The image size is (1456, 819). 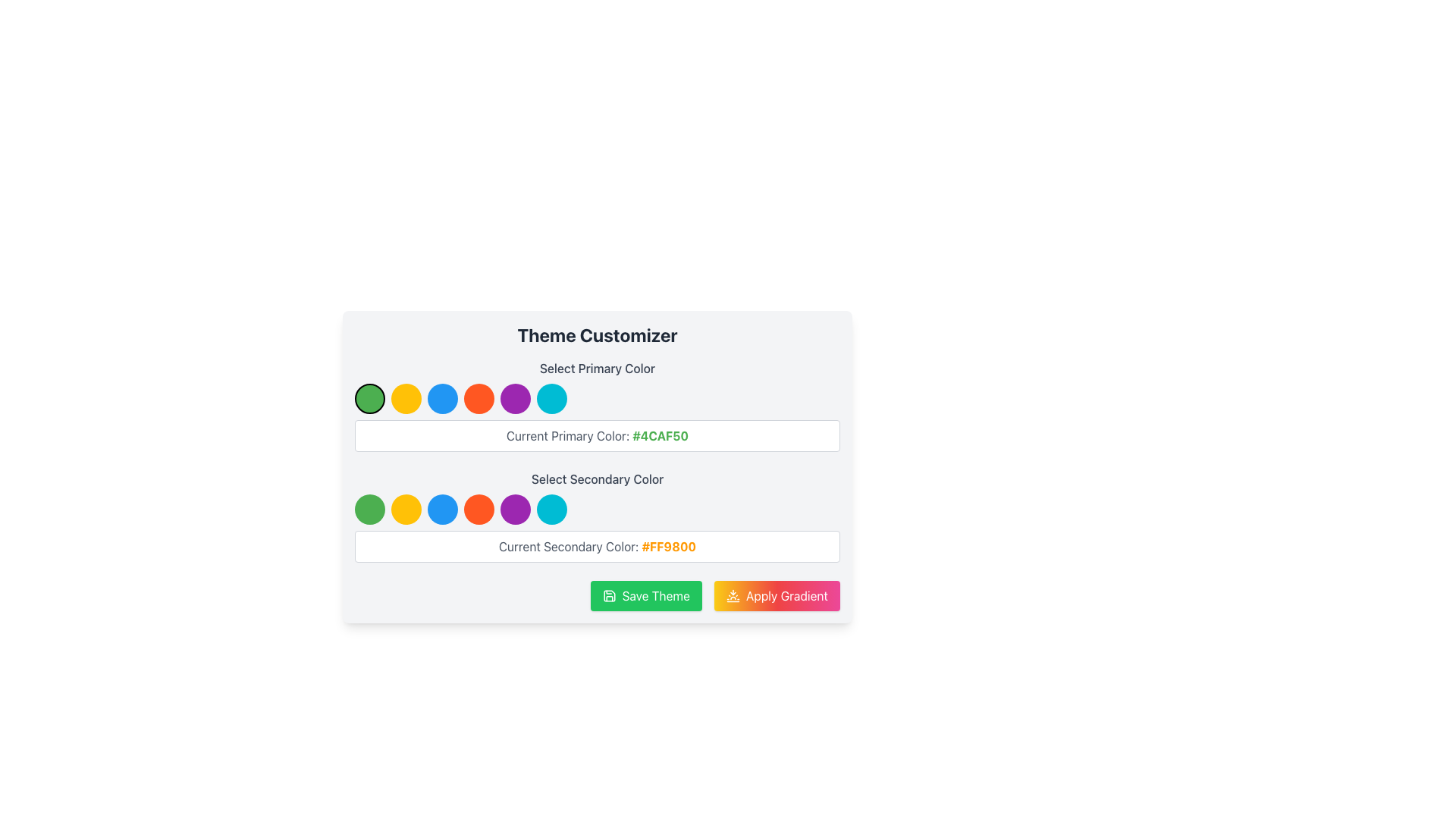 I want to click on the sixth circular button in the 'Select Secondary Color' section, so click(x=551, y=509).